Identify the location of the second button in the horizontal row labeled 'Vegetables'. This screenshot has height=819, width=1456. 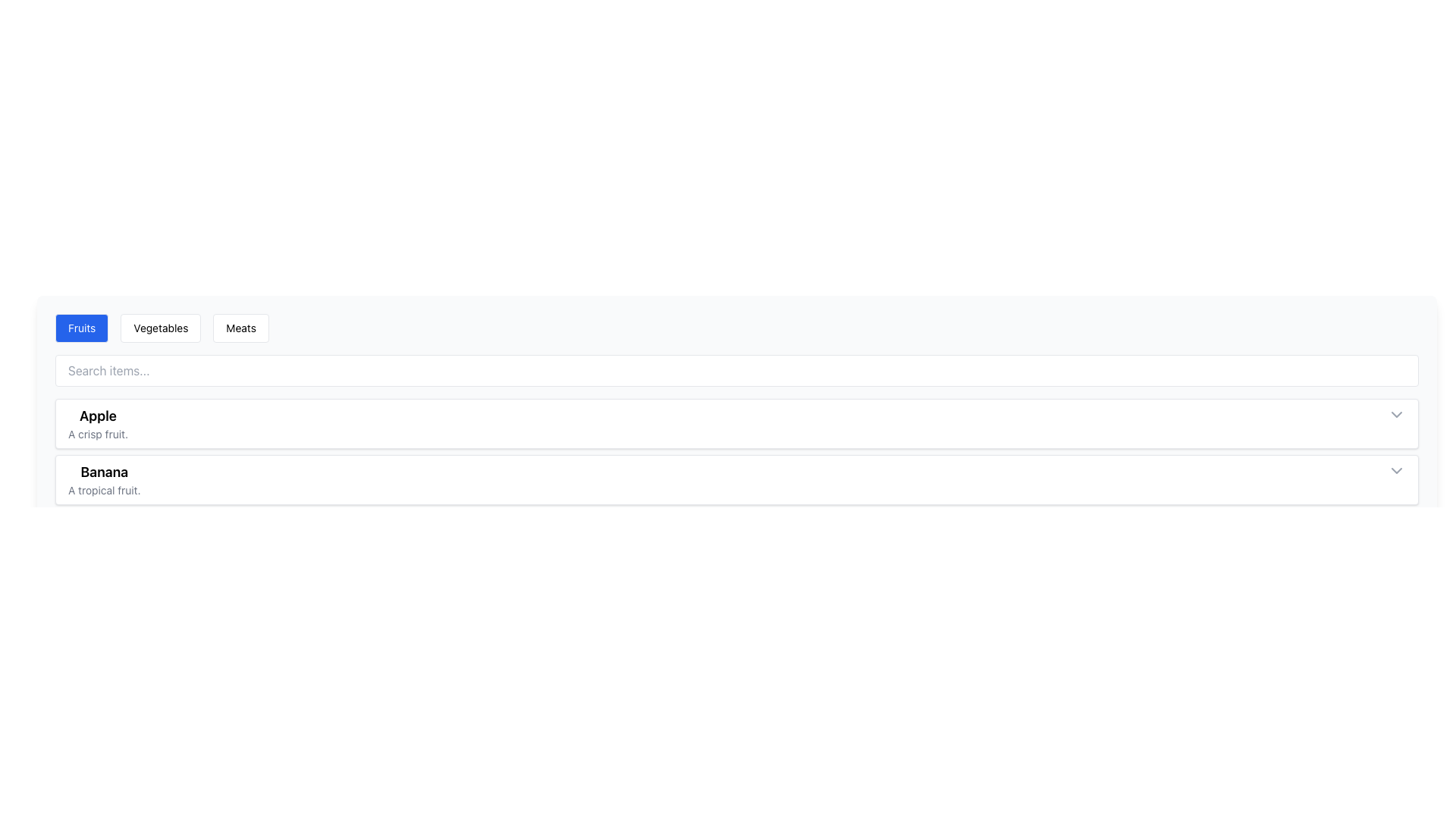
(161, 327).